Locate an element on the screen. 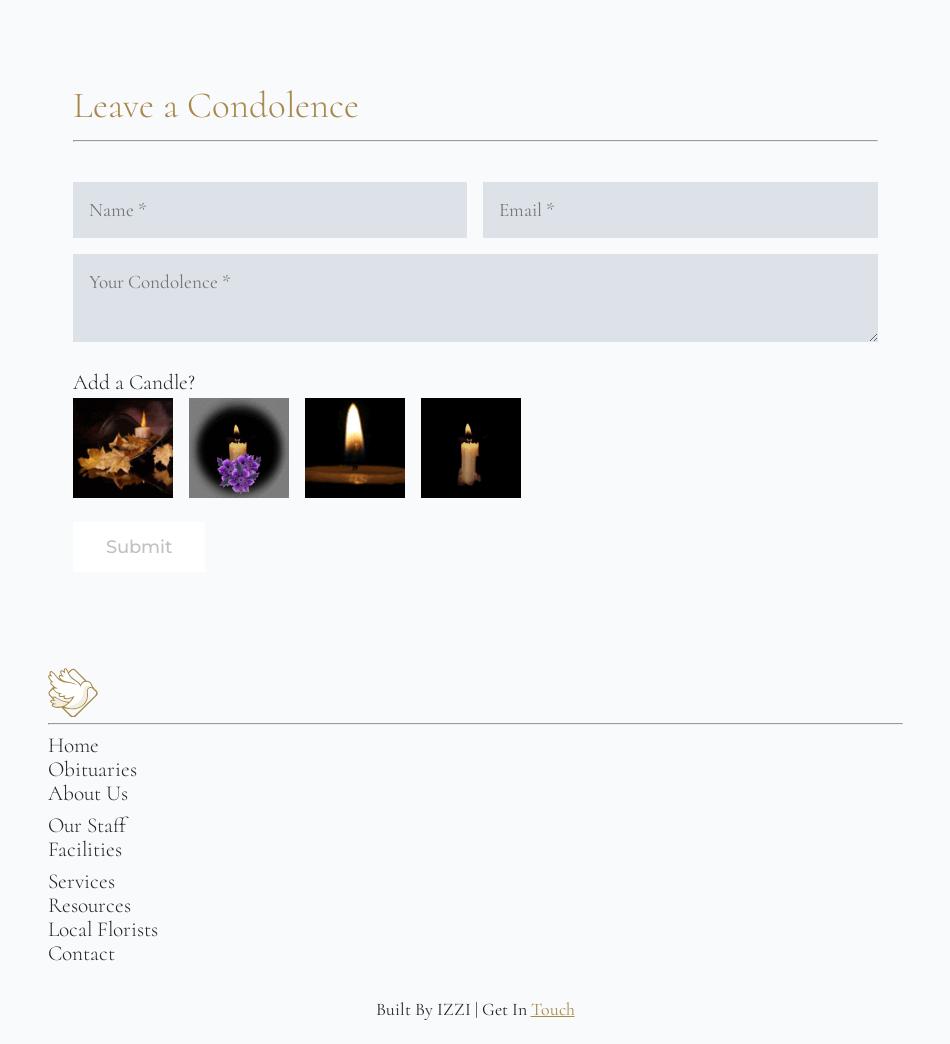  'About Us' is located at coordinates (87, 792).